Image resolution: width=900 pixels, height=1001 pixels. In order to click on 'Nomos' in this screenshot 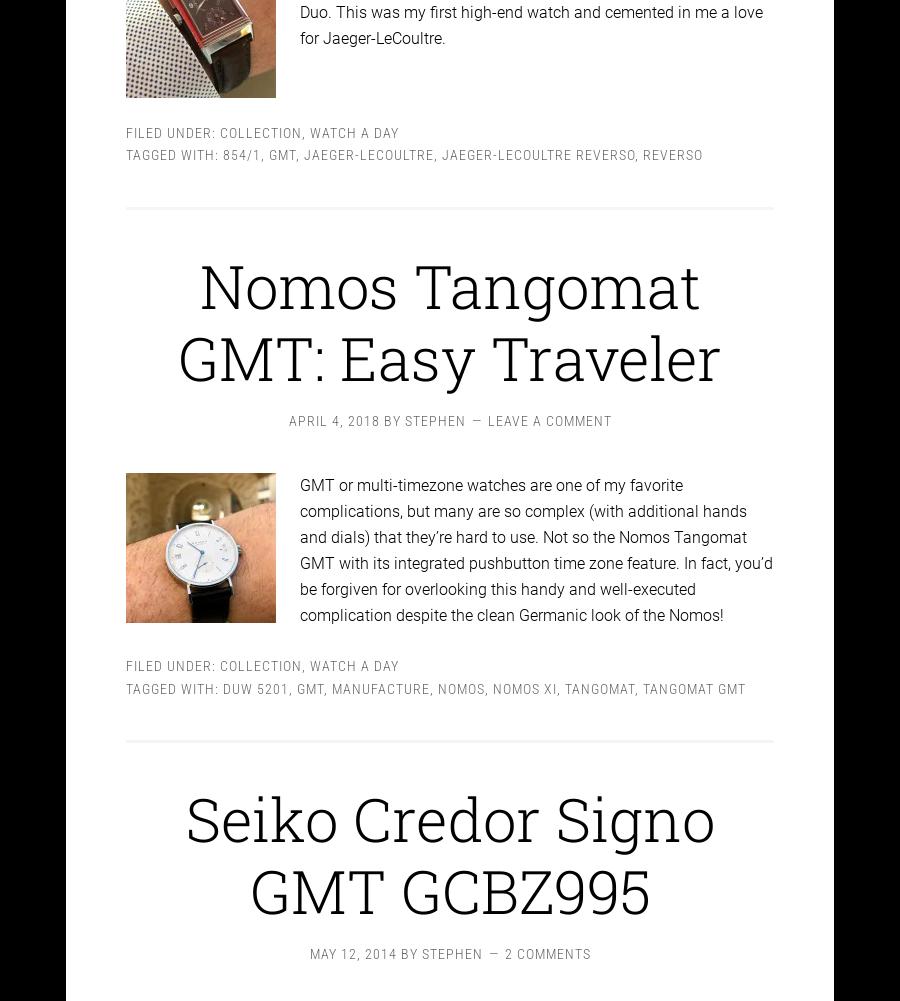, I will do `click(460, 669)`.